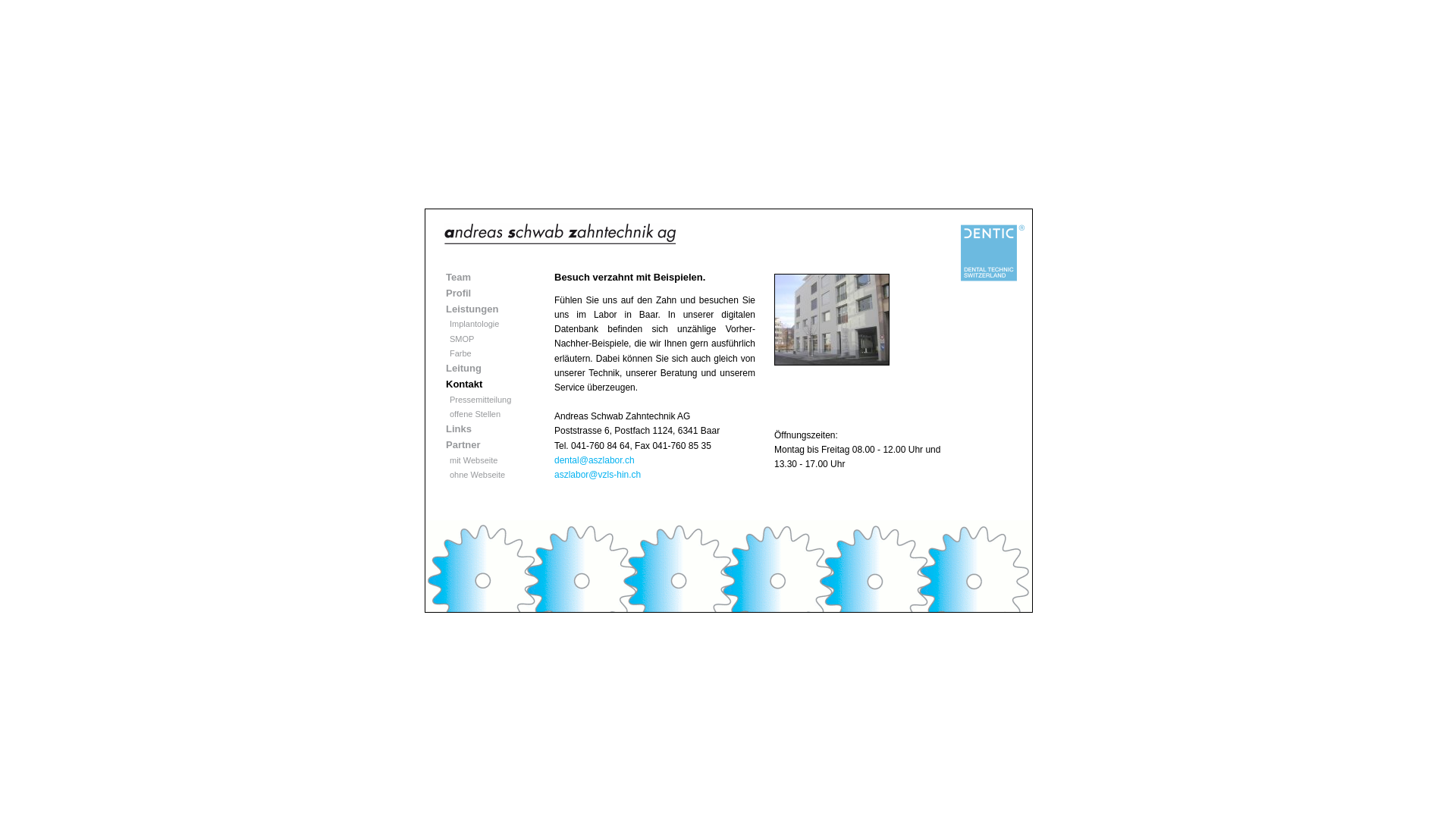 The height and width of the screenshot is (819, 1456). I want to click on 'Pressemitteilung', so click(479, 399).